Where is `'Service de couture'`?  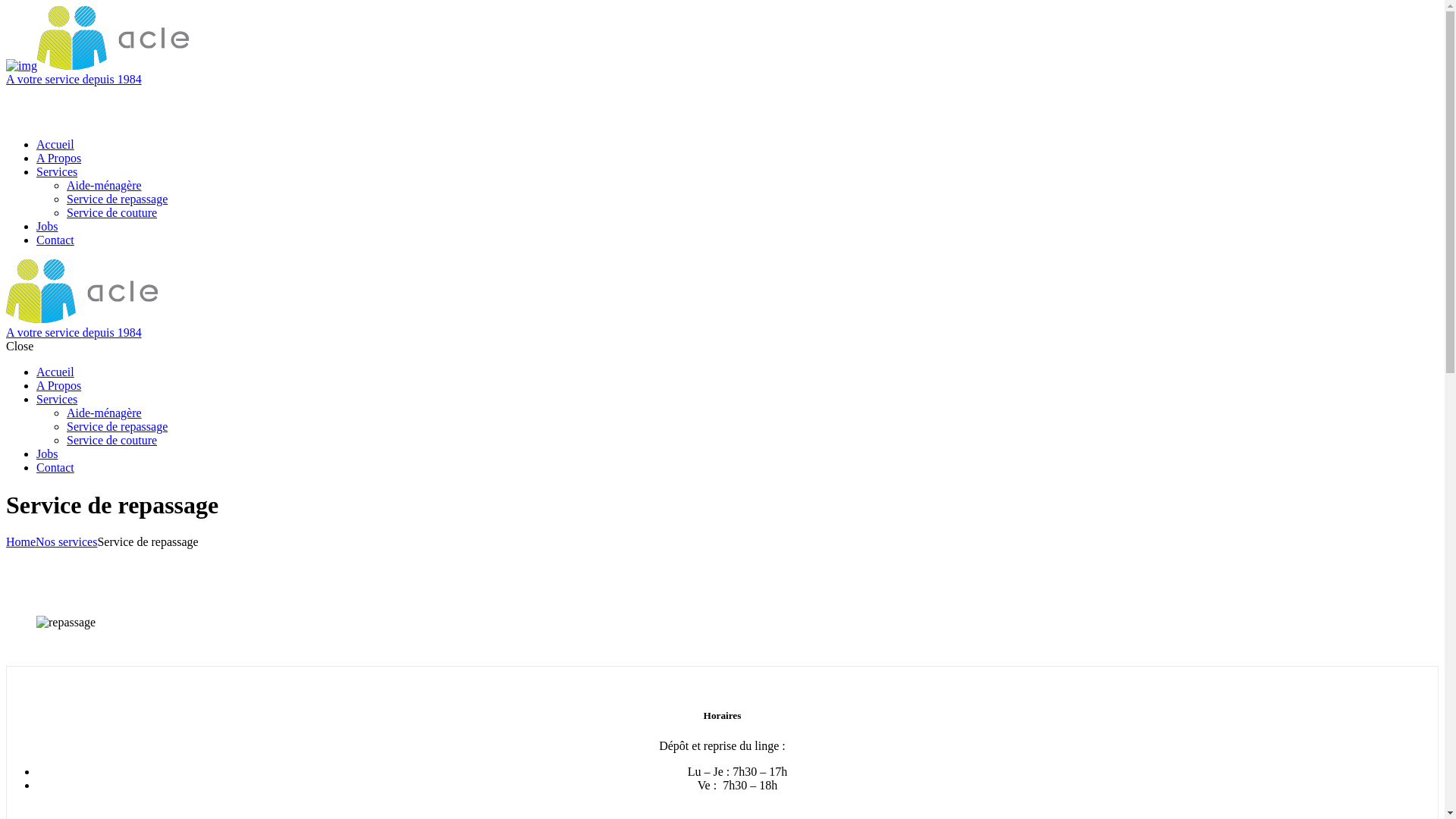 'Service de couture' is located at coordinates (111, 440).